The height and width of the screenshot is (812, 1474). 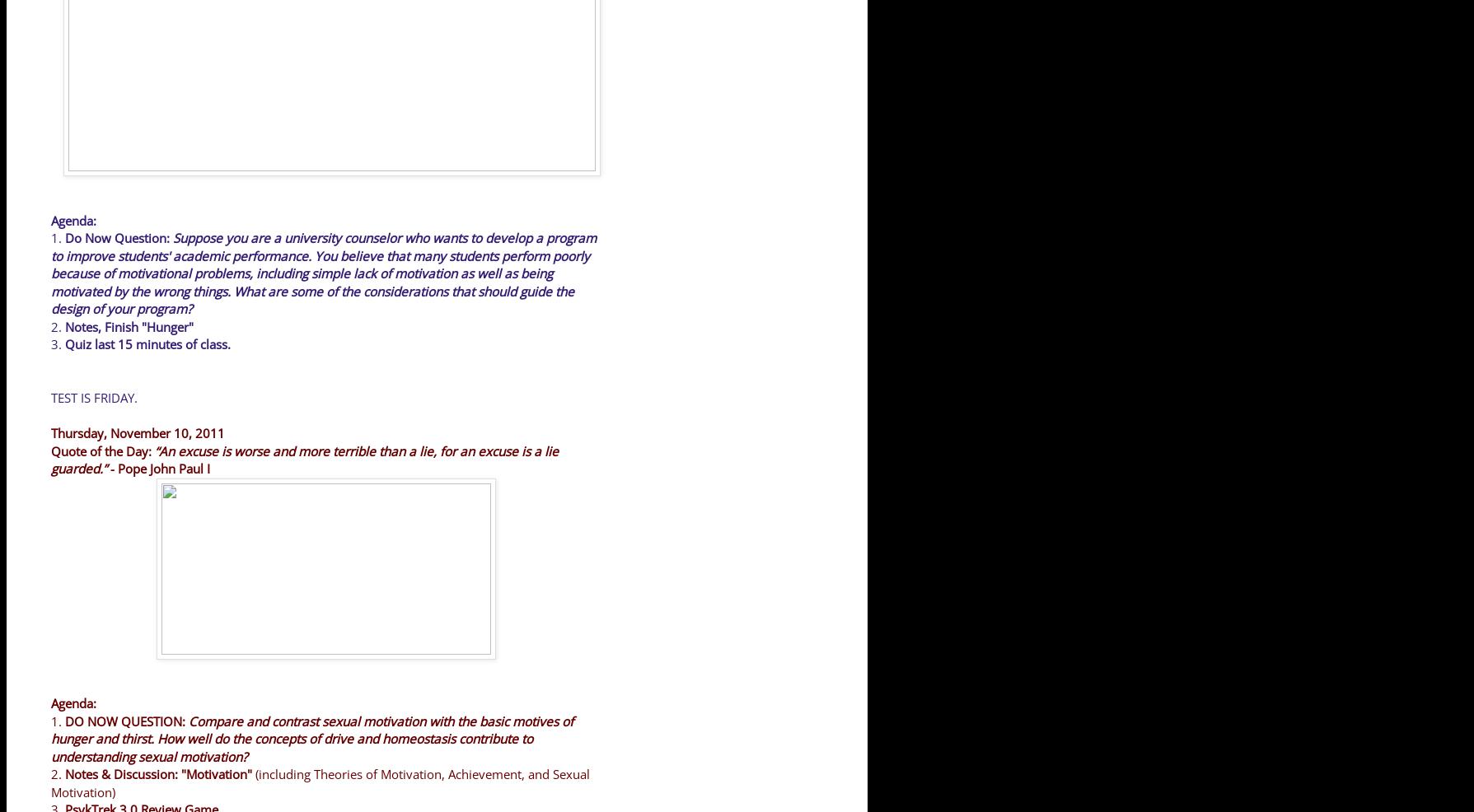 I want to click on 'Suppose you are a university counselor who wants to develop a program to improve students' academic performance. You believe that many students perform poorly because of motivational problems, including simple lack of motivation as well as being motivated by the wrong things. What are some of the considerations that should guide the design of your program?', so click(x=323, y=273).